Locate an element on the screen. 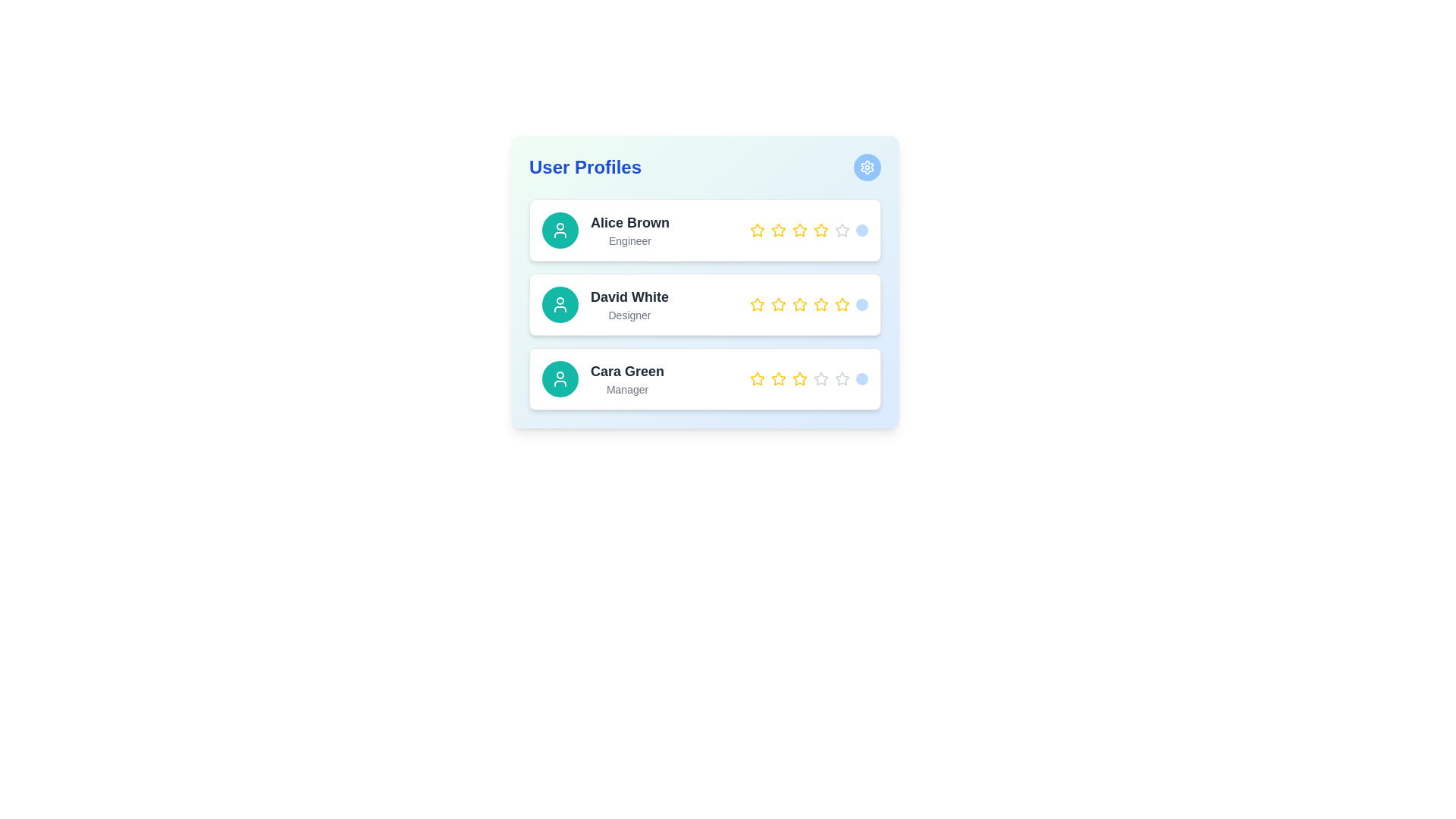 The height and width of the screenshot is (819, 1456). the individual star in the rating system for user 'Cara Green' to update the rating is located at coordinates (808, 378).